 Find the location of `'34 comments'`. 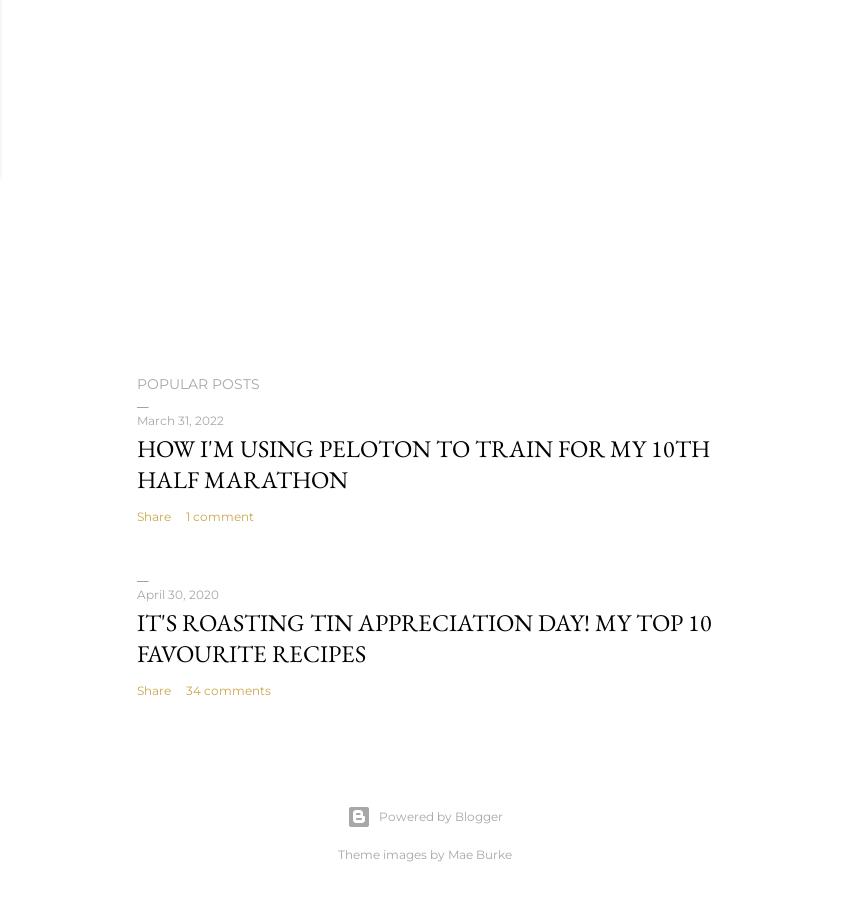

'34 comments' is located at coordinates (228, 689).